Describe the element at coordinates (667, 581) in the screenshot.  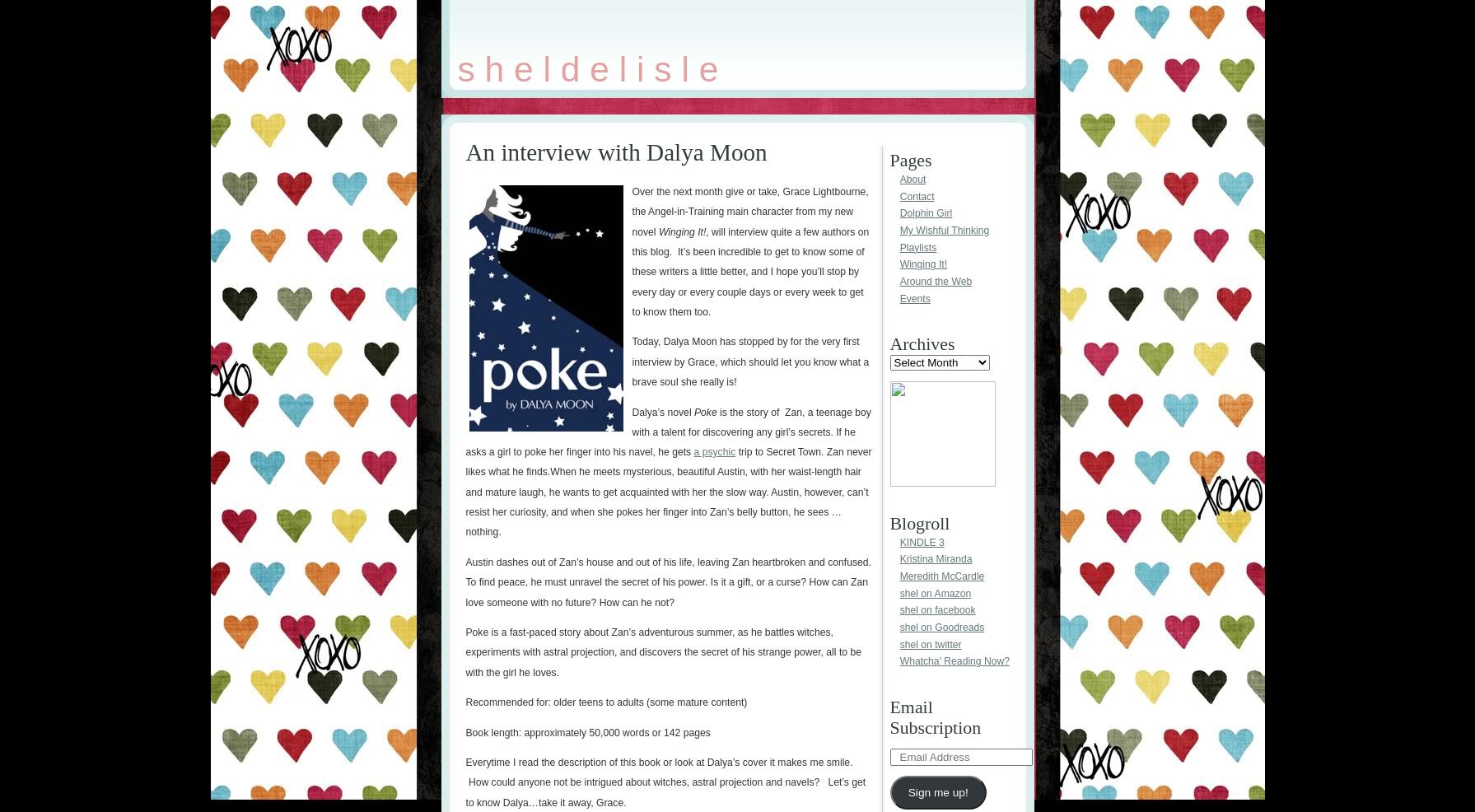
I see `'Austin dashes out of Zan’s house and out of his life, leaving Zan heartbroken and confused. To find peace, he must unravel the secret of his power. Is it a gift, or a curse? How can Zan love someone with no future? How can he not?'` at that location.